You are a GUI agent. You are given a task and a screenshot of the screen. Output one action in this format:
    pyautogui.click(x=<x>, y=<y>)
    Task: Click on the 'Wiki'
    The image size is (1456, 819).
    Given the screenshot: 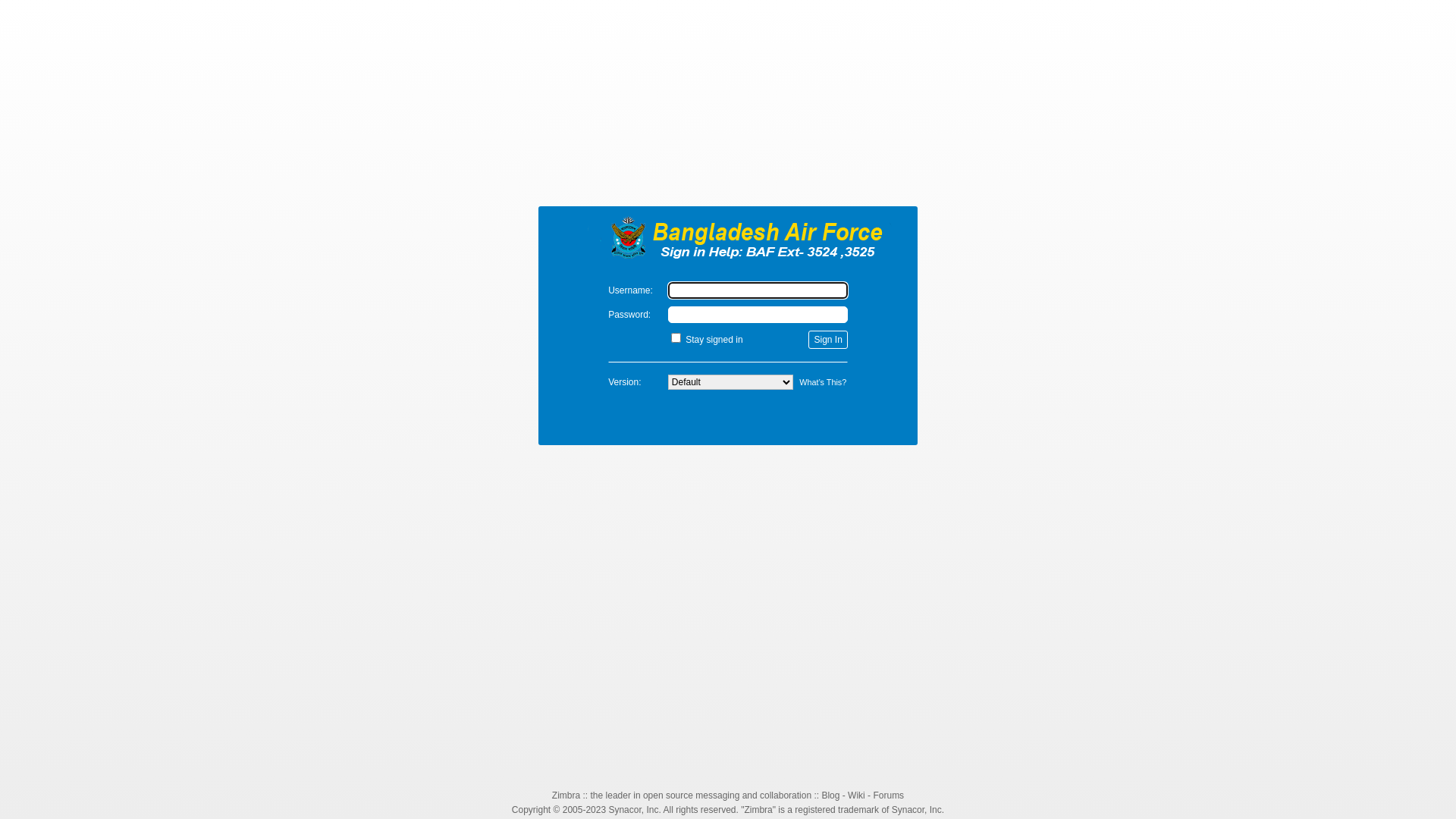 What is the action you would take?
    pyautogui.click(x=847, y=795)
    